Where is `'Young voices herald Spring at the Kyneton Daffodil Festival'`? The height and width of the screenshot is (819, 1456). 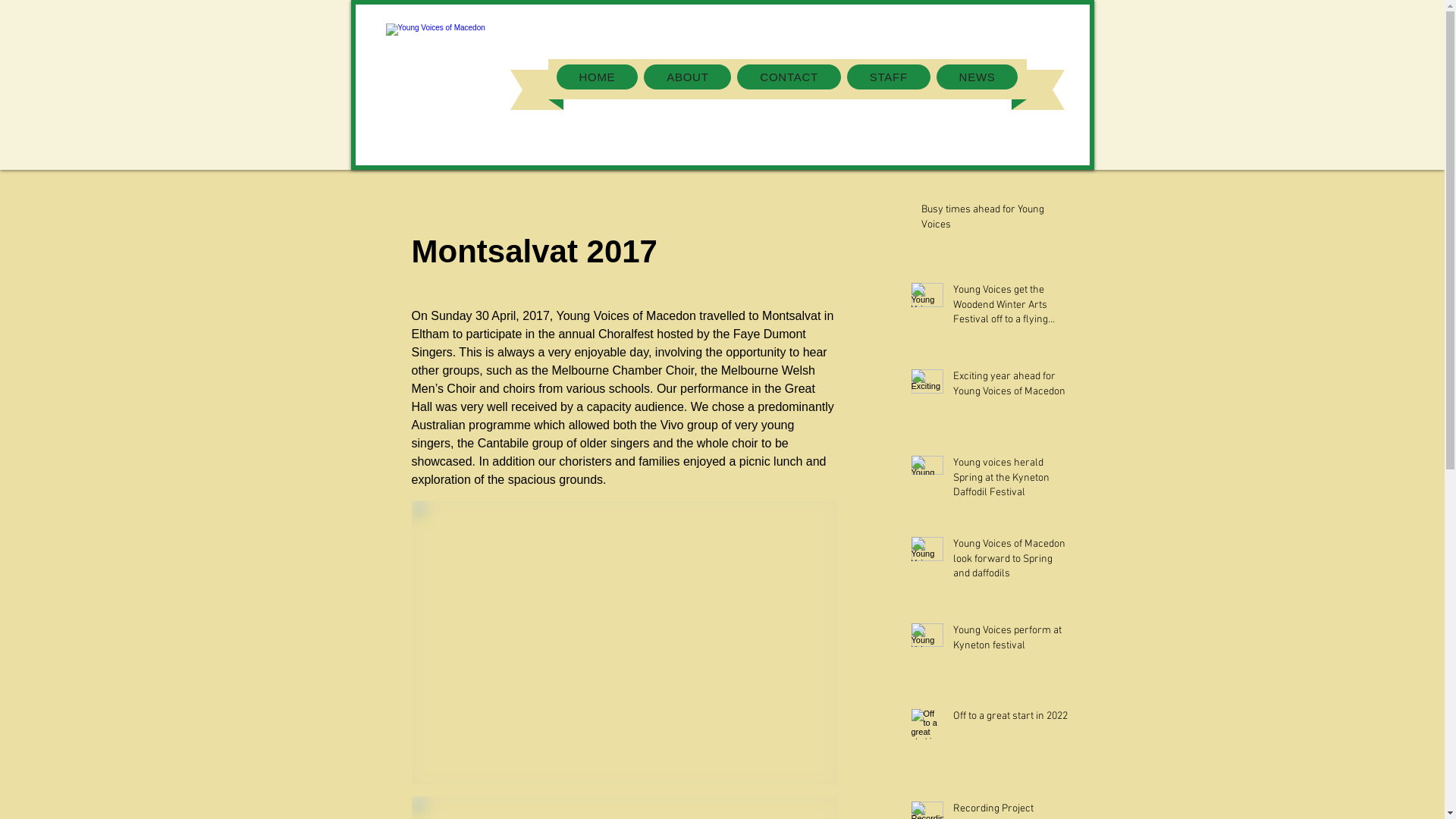 'Young voices herald Spring at the Kyneton Daffodil Festival' is located at coordinates (1010, 480).